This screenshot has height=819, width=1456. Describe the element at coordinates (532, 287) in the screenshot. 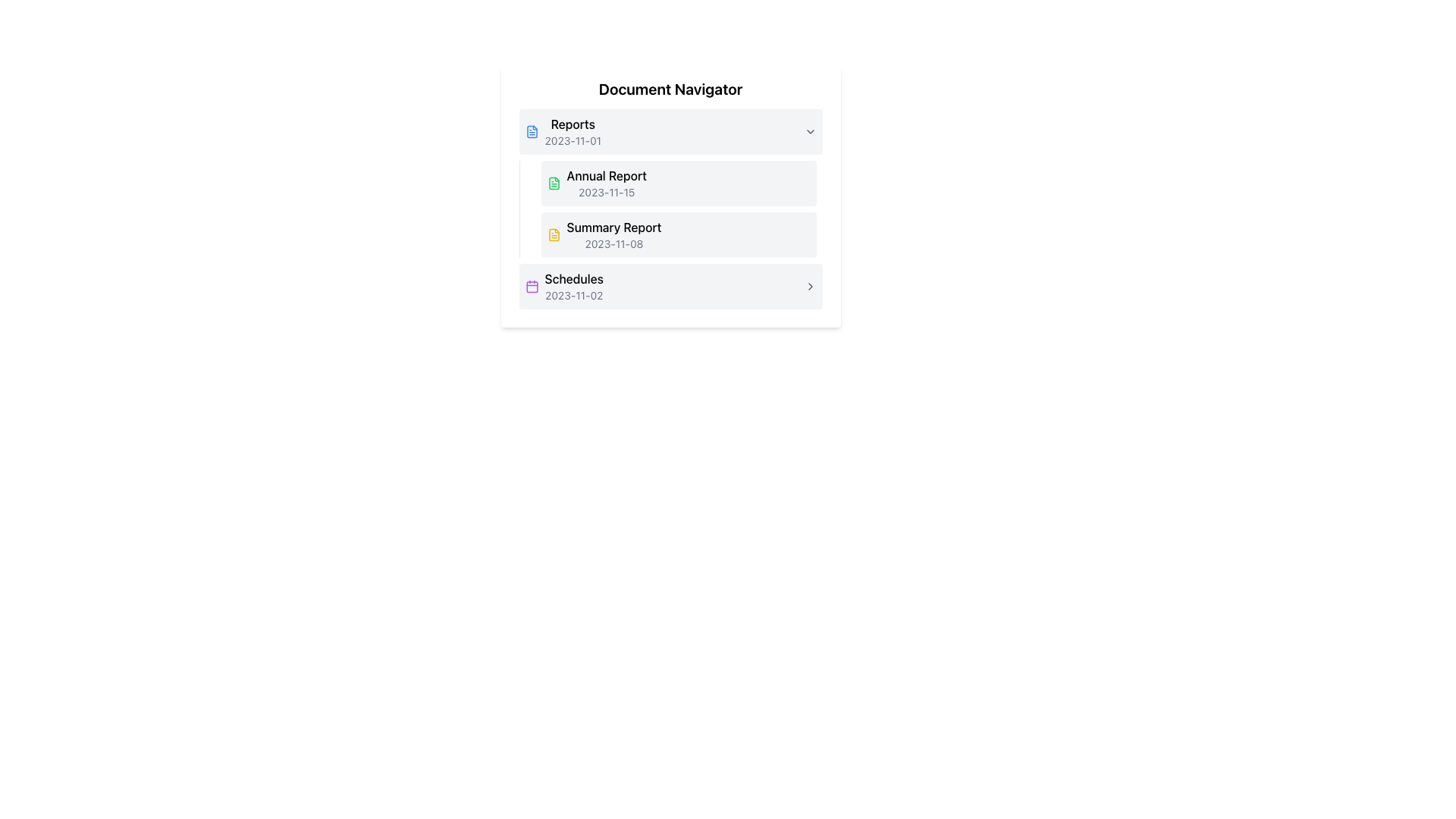

I see `the calendar icon that represents the schedule, located to the immediate left of the text 'Schedules'` at that location.